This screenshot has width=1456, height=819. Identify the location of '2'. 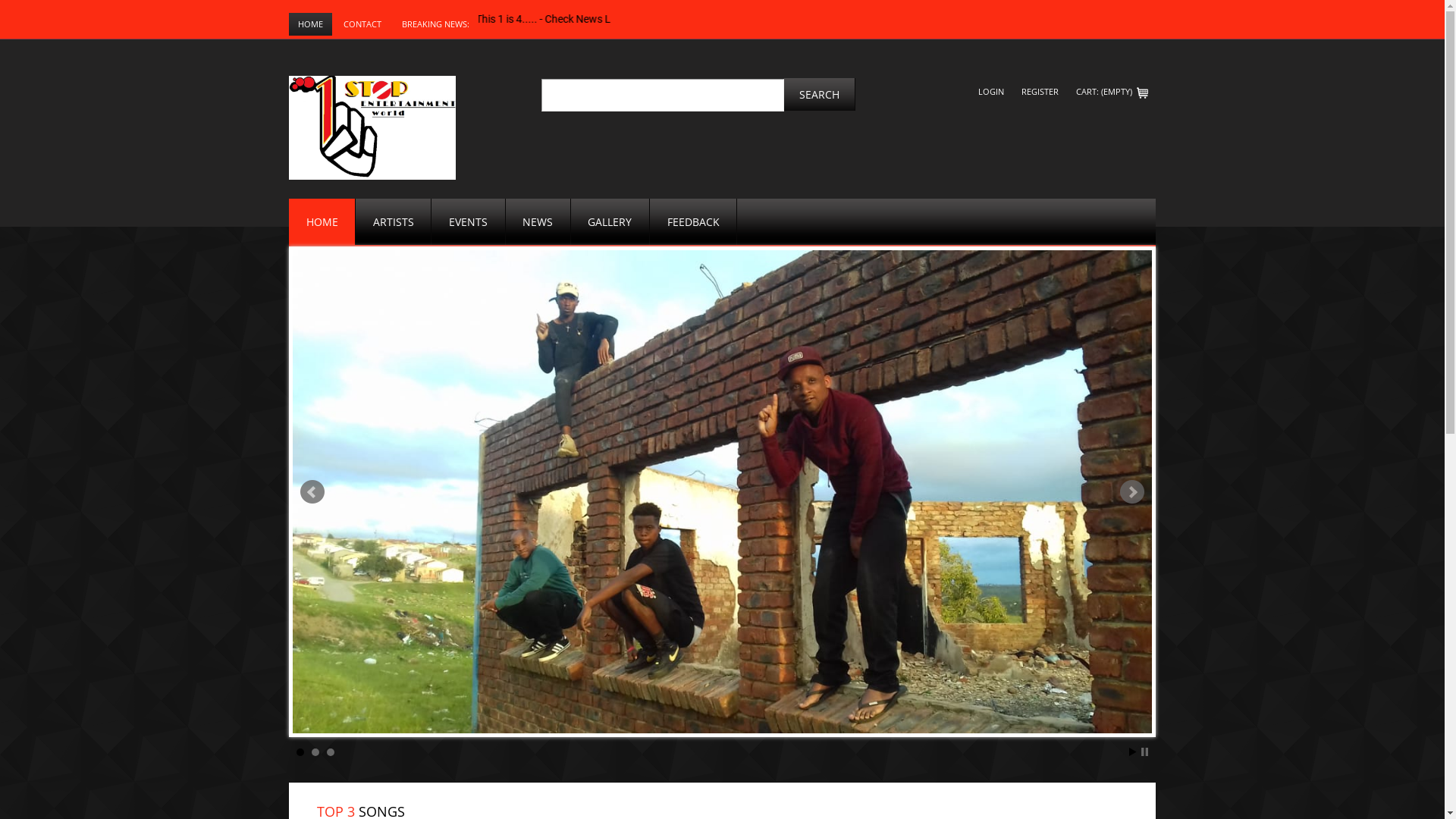
(315, 752).